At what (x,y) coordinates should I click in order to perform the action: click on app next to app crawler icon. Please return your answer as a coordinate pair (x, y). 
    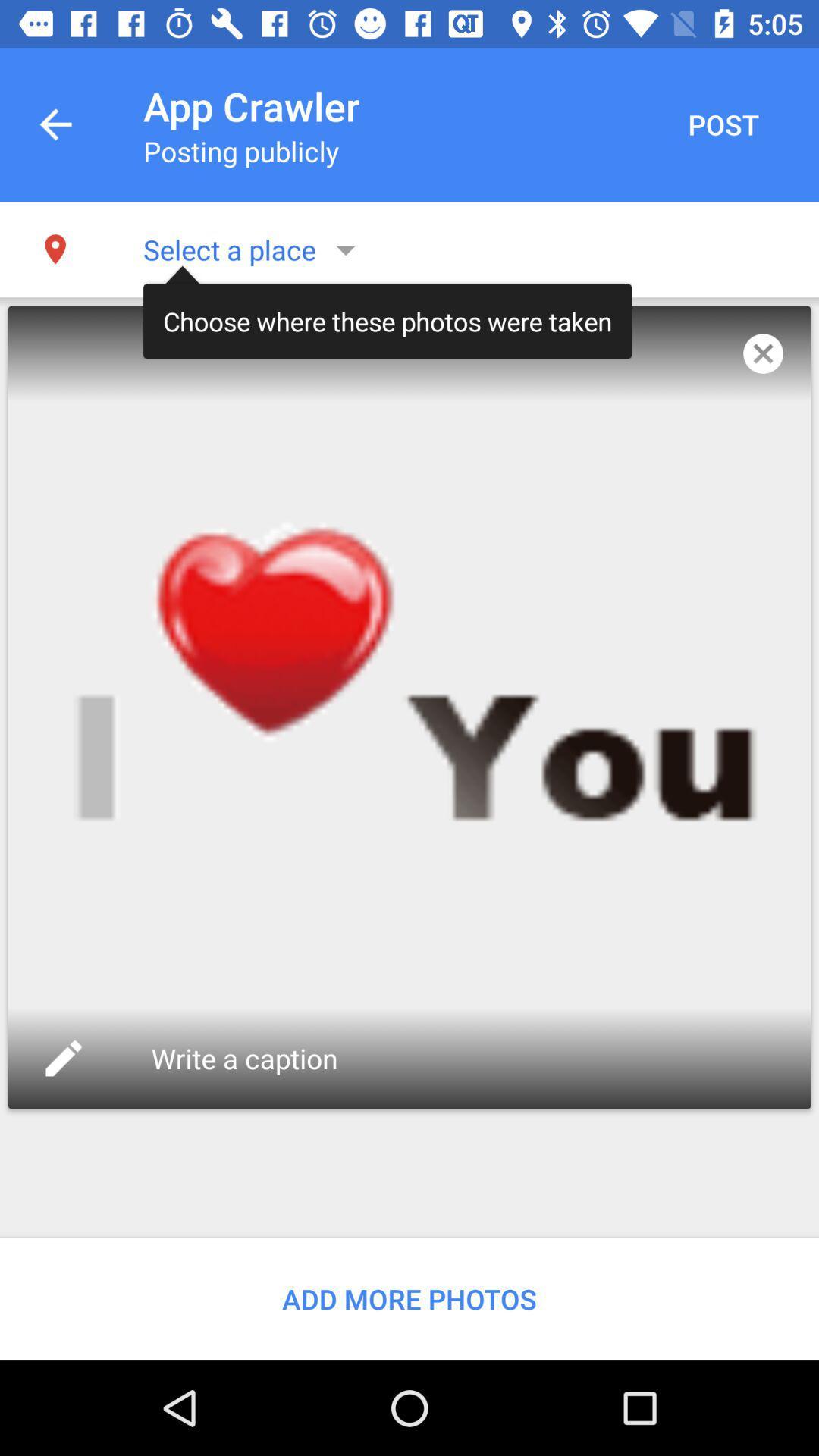
    Looking at the image, I should click on (55, 124).